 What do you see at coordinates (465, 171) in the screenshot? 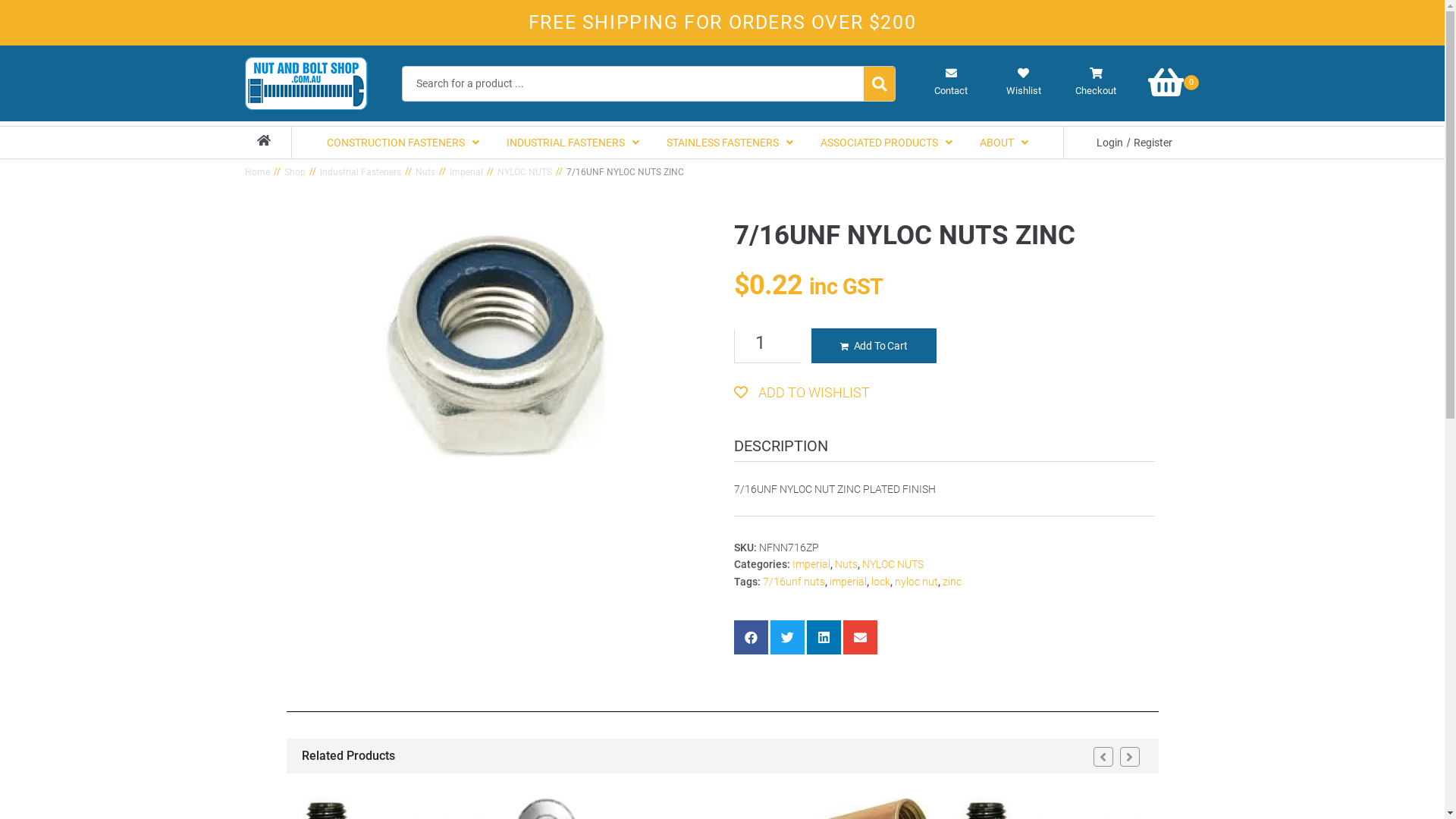
I see `'Imperial'` at bounding box center [465, 171].